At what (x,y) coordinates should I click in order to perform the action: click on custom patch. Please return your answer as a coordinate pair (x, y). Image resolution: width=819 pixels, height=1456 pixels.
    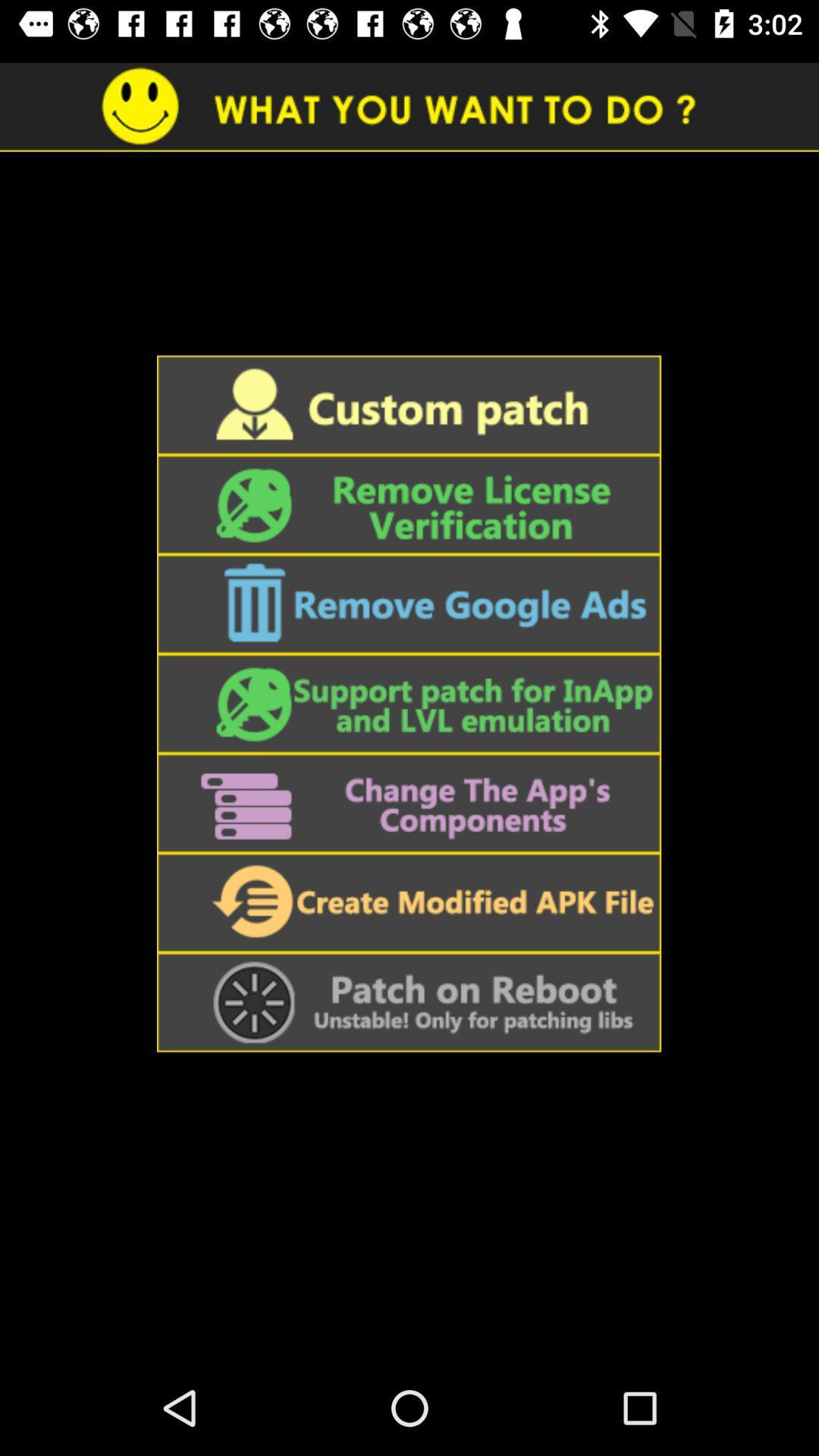
    Looking at the image, I should click on (408, 405).